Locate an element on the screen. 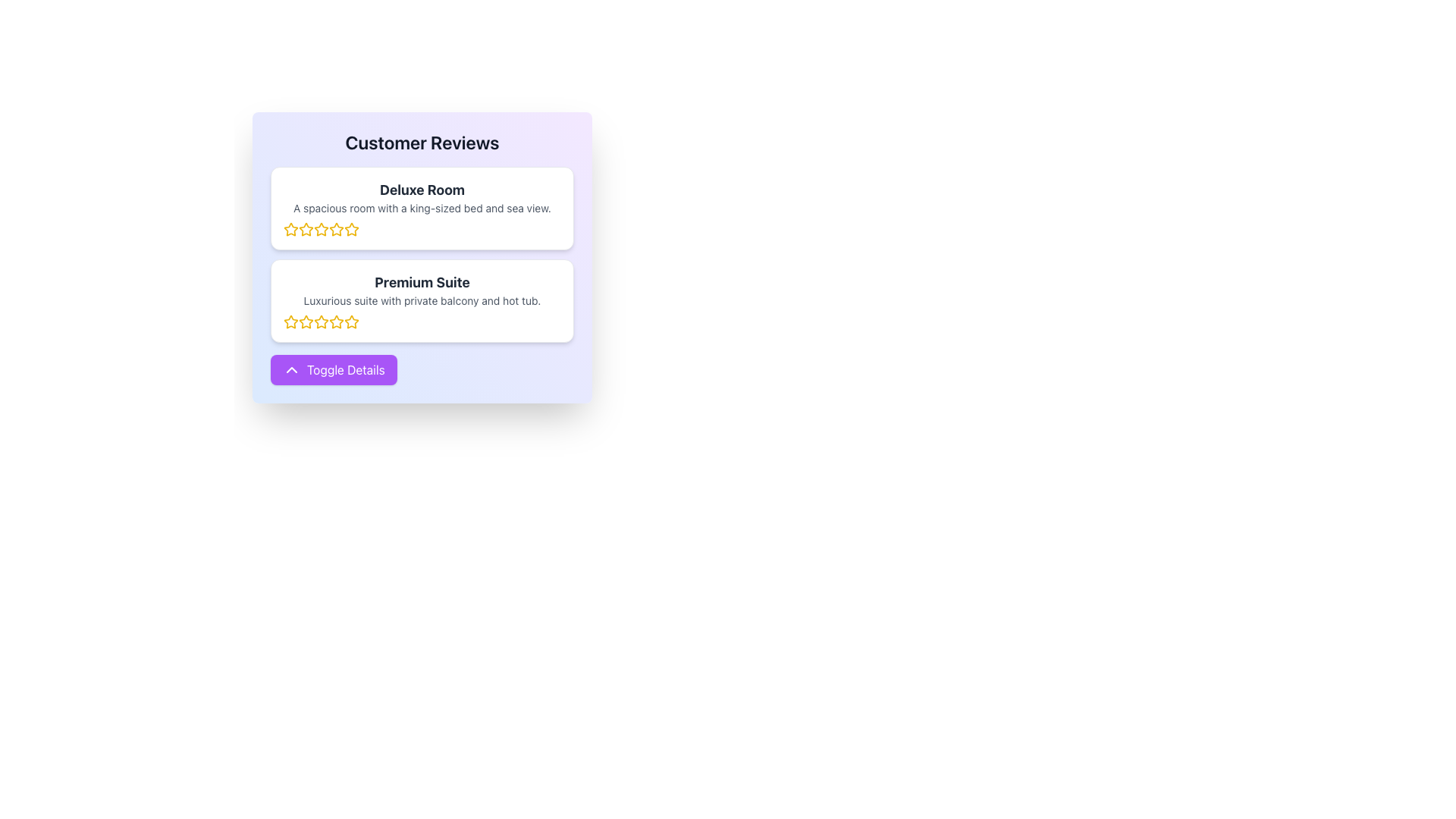 The height and width of the screenshot is (819, 1456). the third star is located at coordinates (305, 230).